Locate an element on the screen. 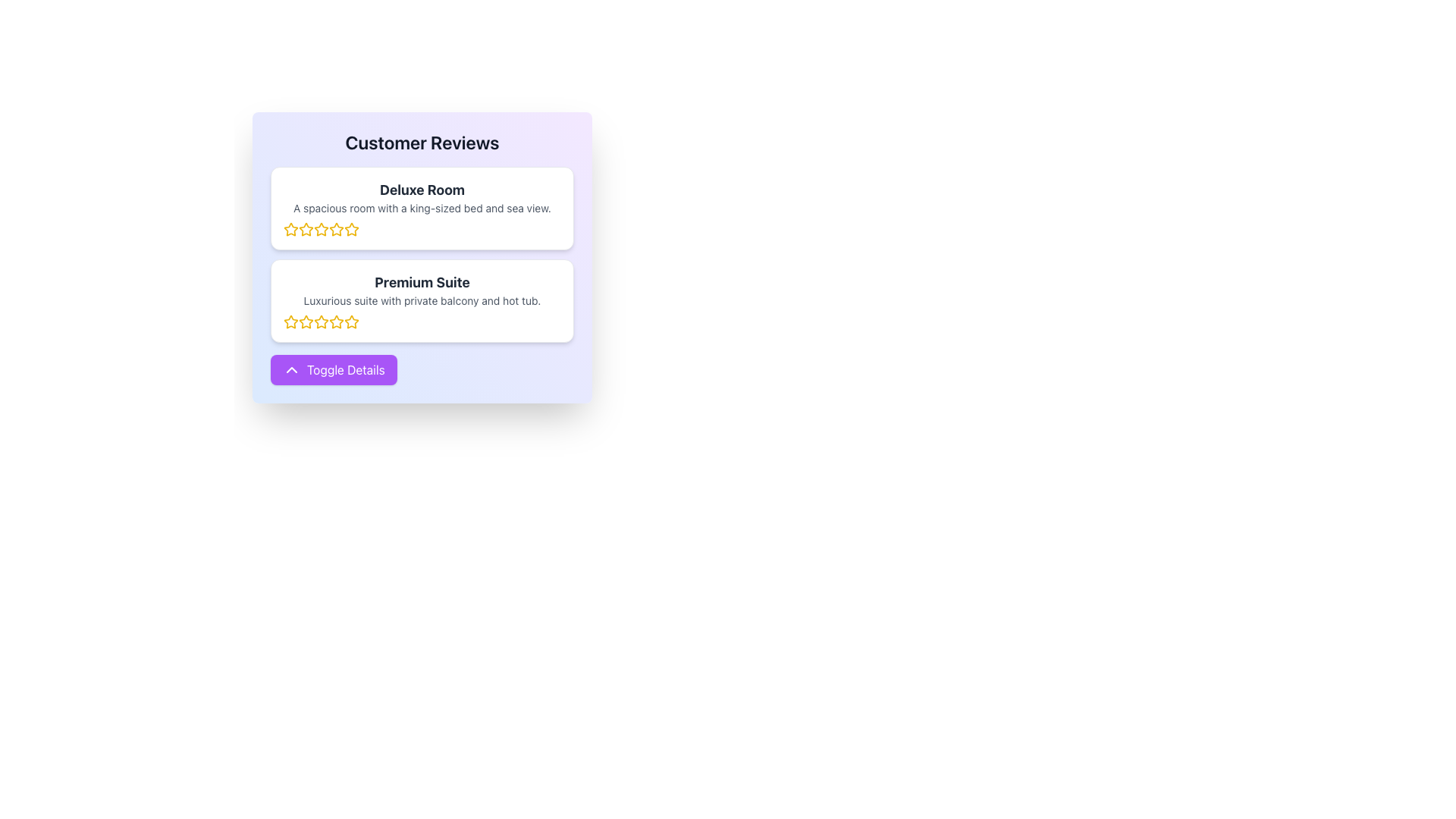 The height and width of the screenshot is (819, 1456). the third star is located at coordinates (305, 230).